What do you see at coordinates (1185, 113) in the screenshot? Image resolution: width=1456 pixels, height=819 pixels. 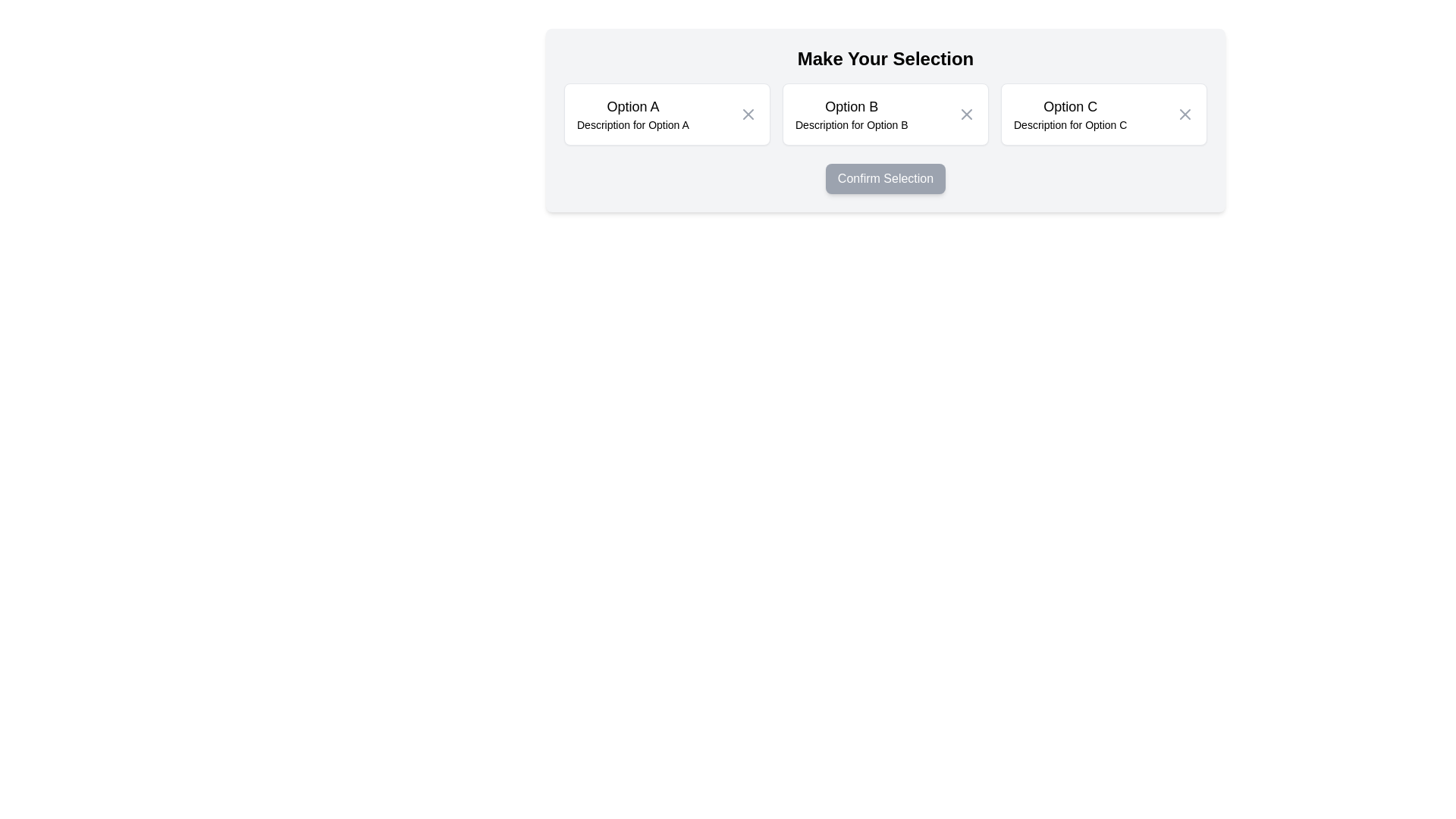 I see `the Close icon (dismiss button) located in the top-right corner of the 'Option C' box` at bounding box center [1185, 113].